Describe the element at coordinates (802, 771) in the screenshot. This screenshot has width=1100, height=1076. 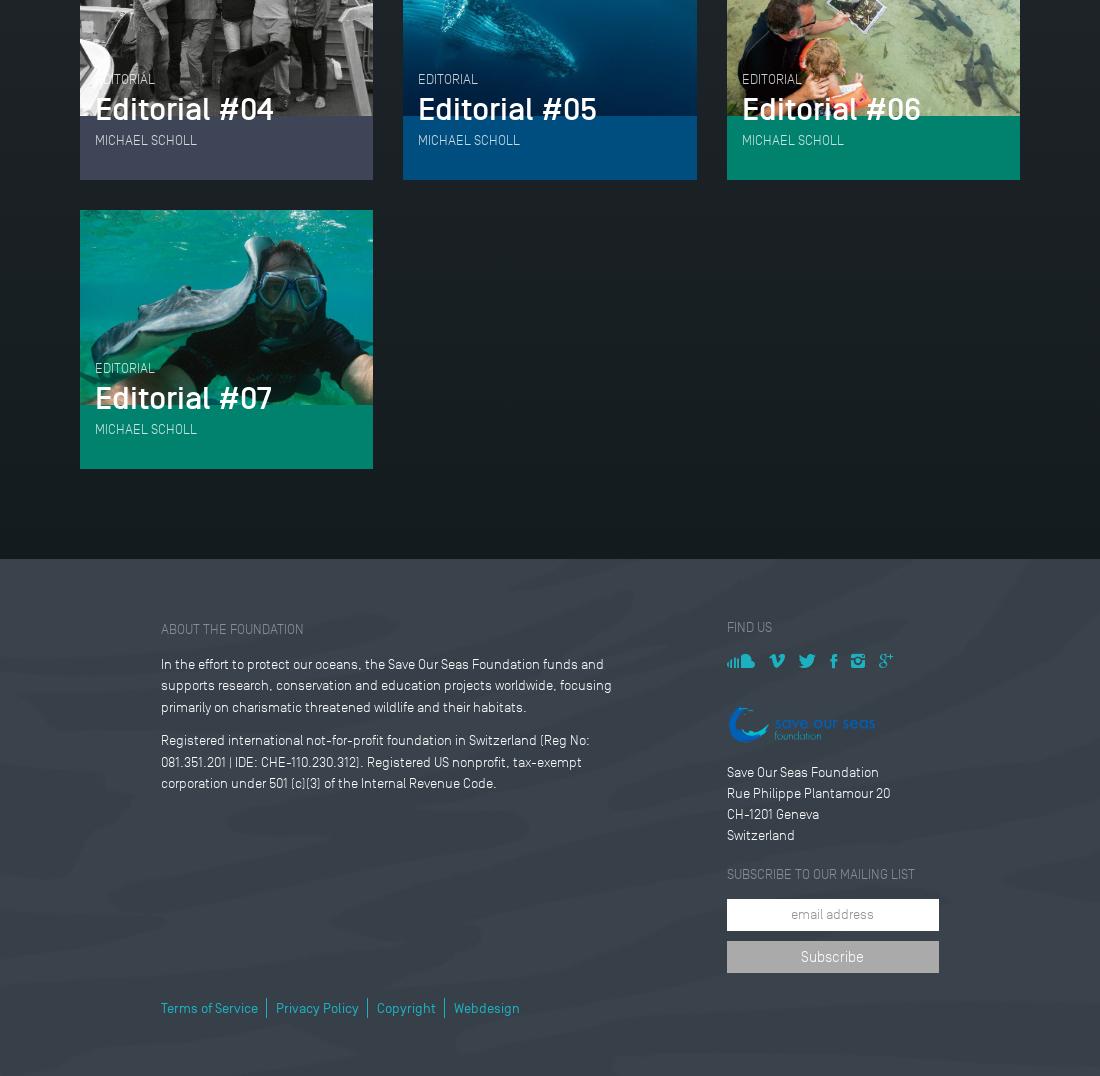
I see `'Save Our Seas Foundation'` at that location.